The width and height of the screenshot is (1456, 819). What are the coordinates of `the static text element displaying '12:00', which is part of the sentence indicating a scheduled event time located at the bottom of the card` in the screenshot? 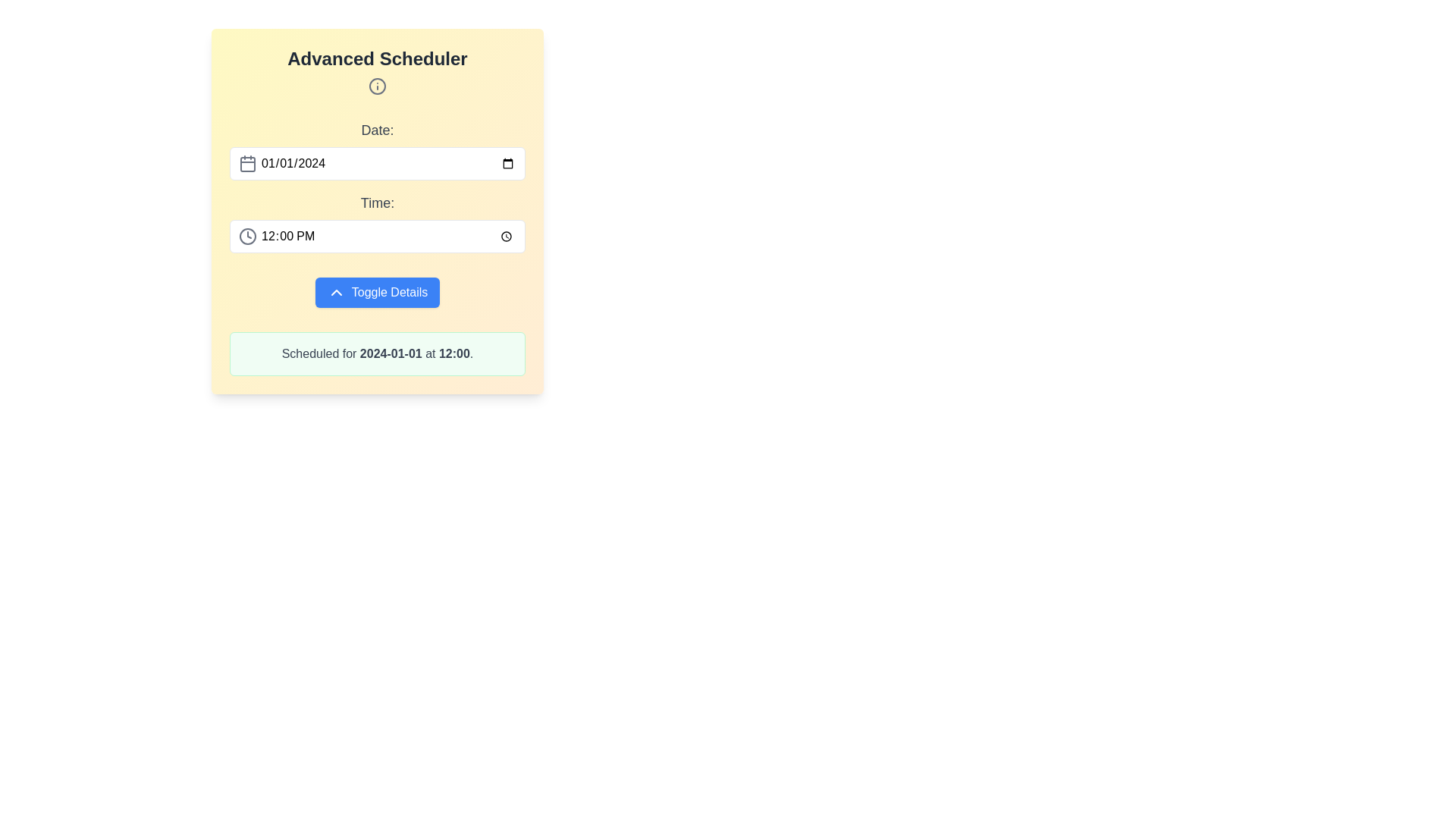 It's located at (453, 353).